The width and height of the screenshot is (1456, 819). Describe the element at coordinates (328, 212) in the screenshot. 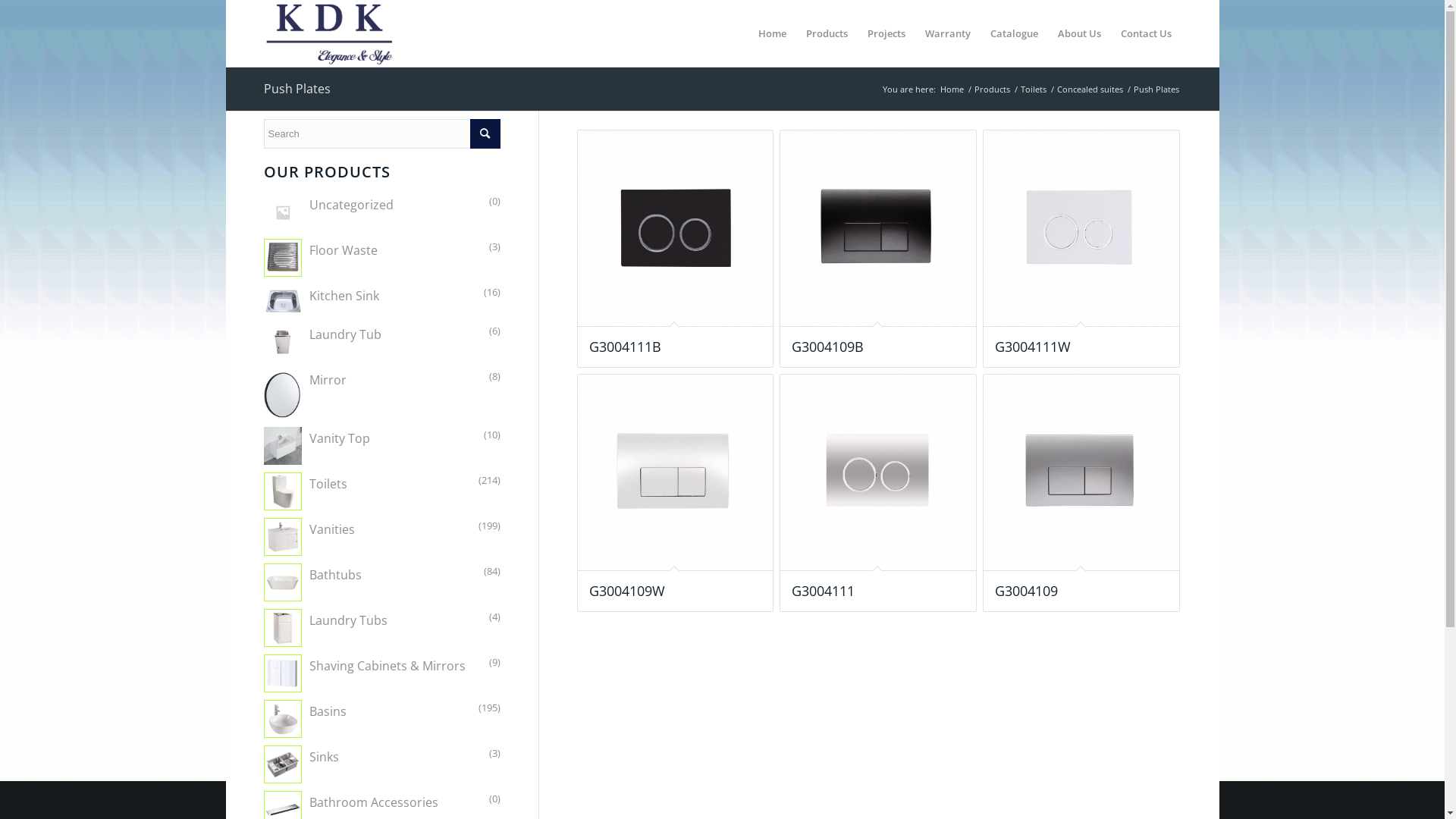

I see `'Uncategorized'` at that location.